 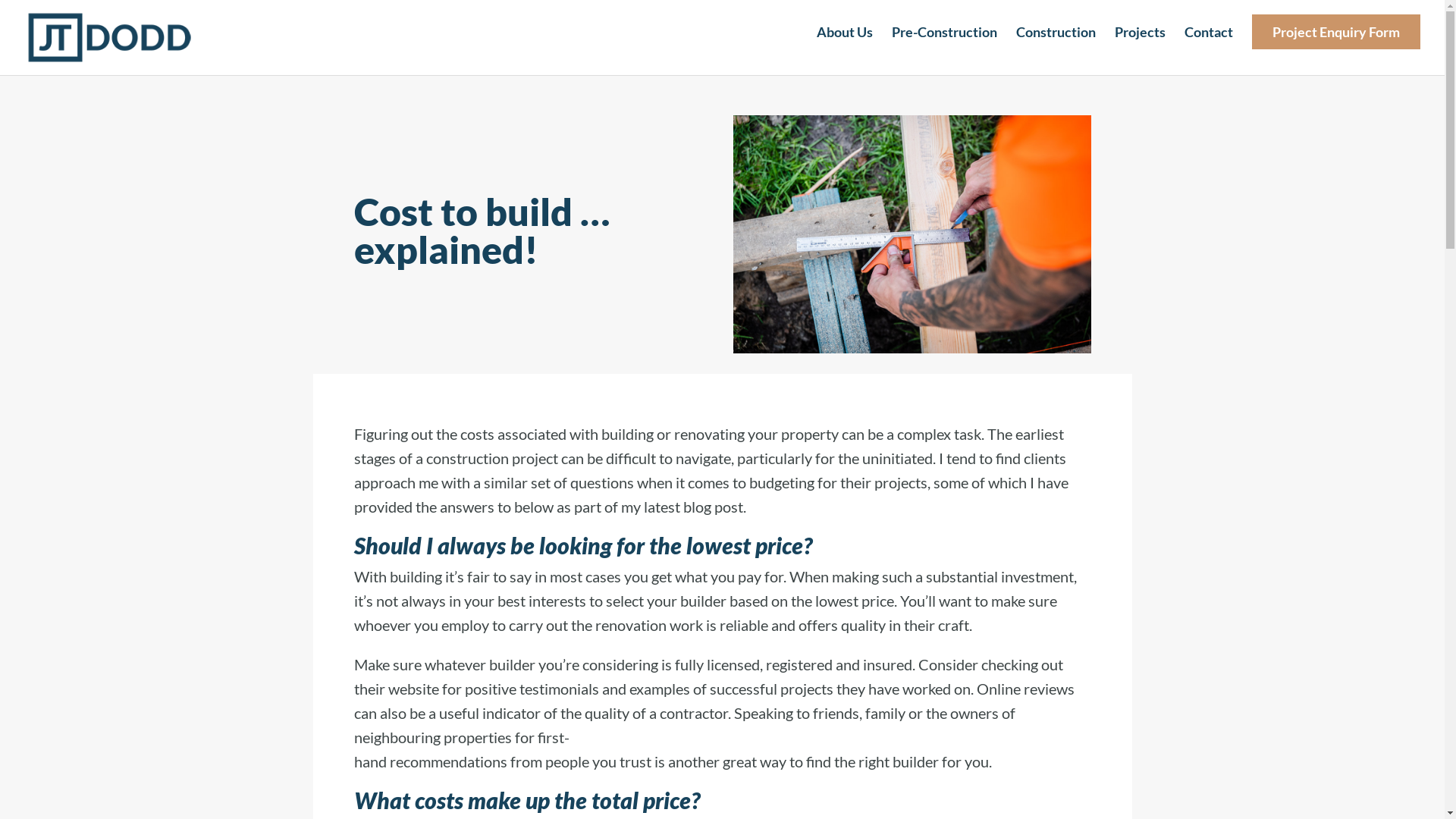 What do you see at coordinates (815, 44) in the screenshot?
I see `'About Us'` at bounding box center [815, 44].